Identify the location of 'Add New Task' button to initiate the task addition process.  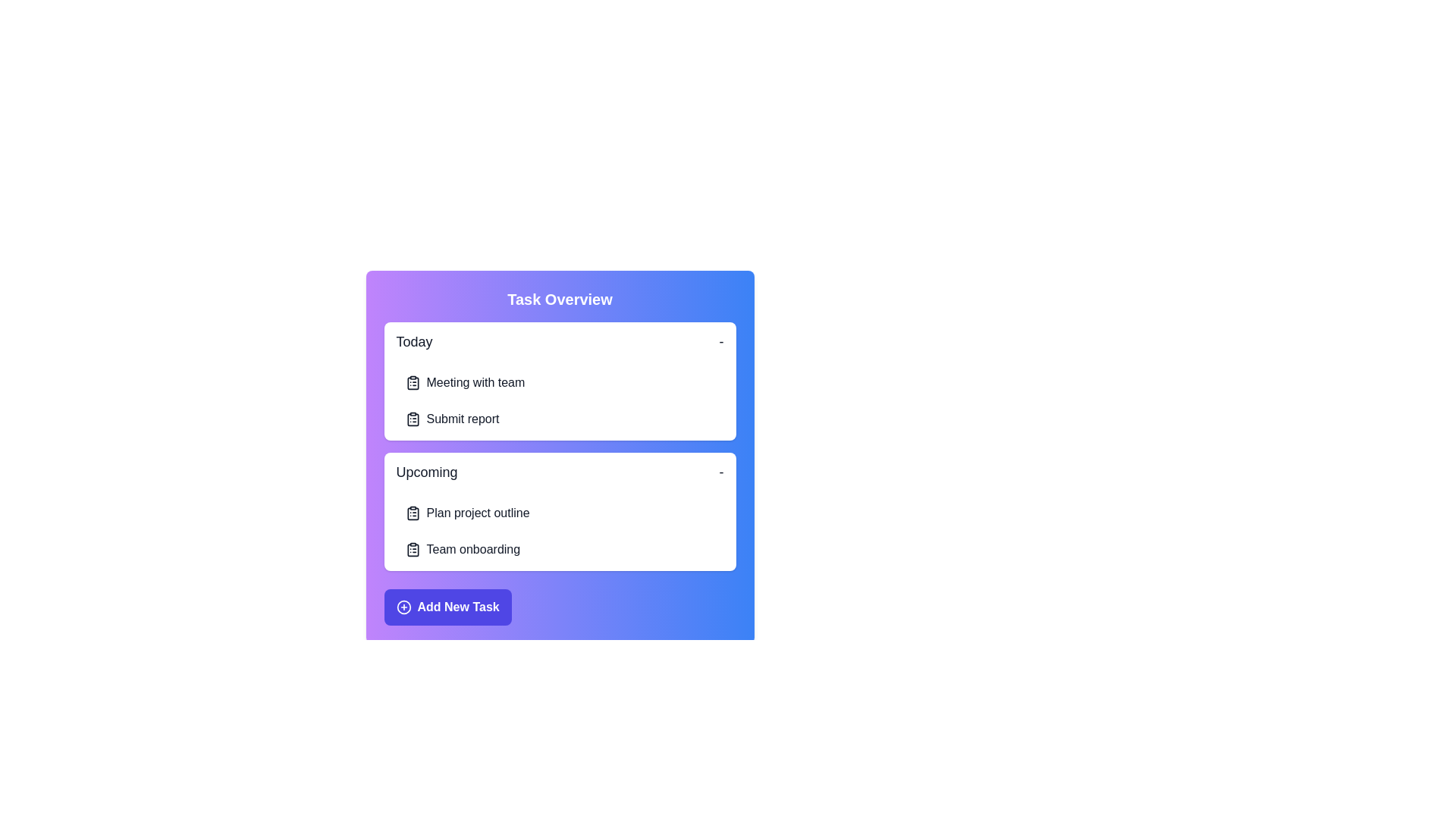
(447, 607).